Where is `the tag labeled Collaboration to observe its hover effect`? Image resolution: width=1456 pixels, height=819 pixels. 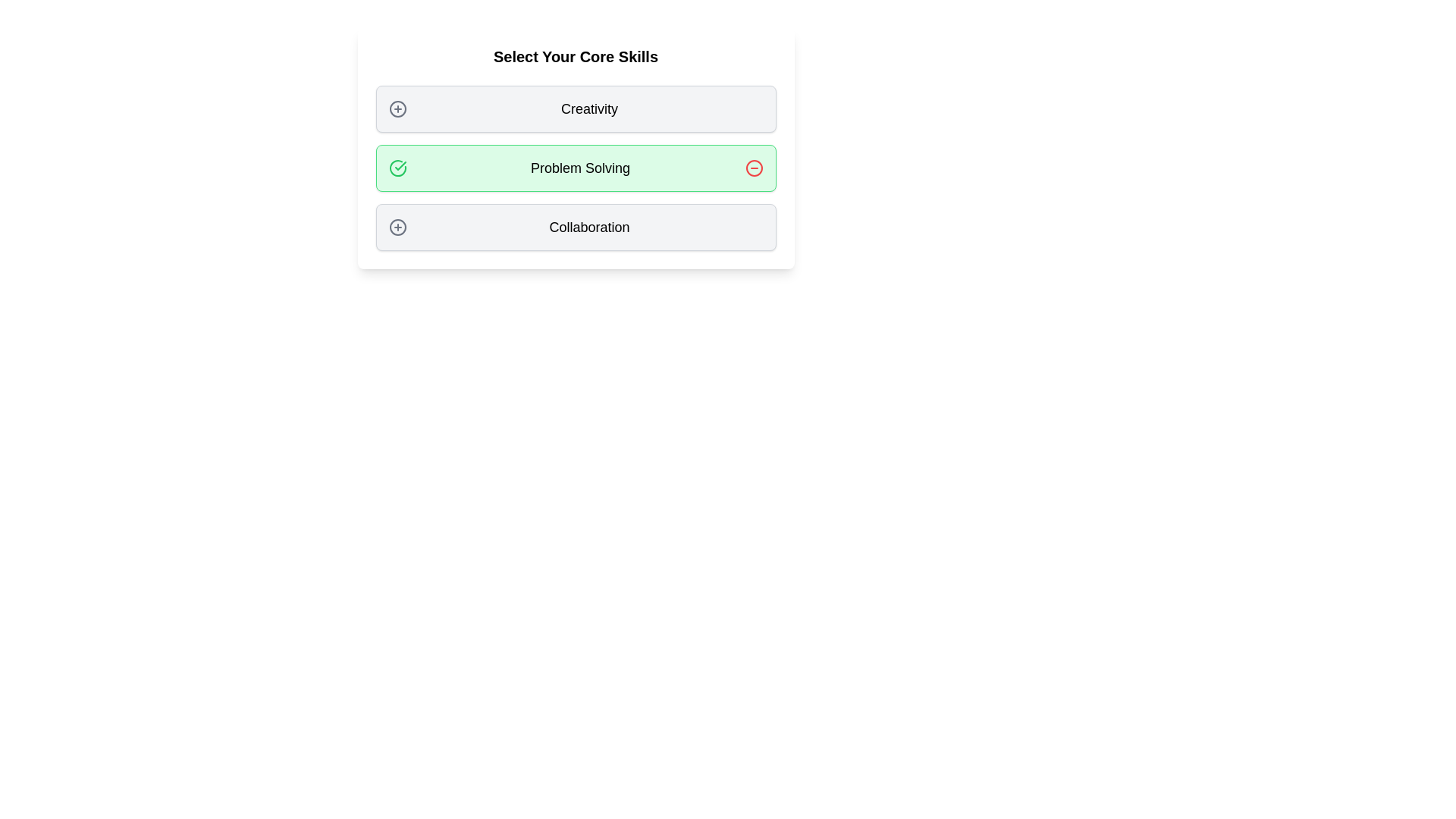
the tag labeled Collaboration to observe its hover effect is located at coordinates (575, 227).